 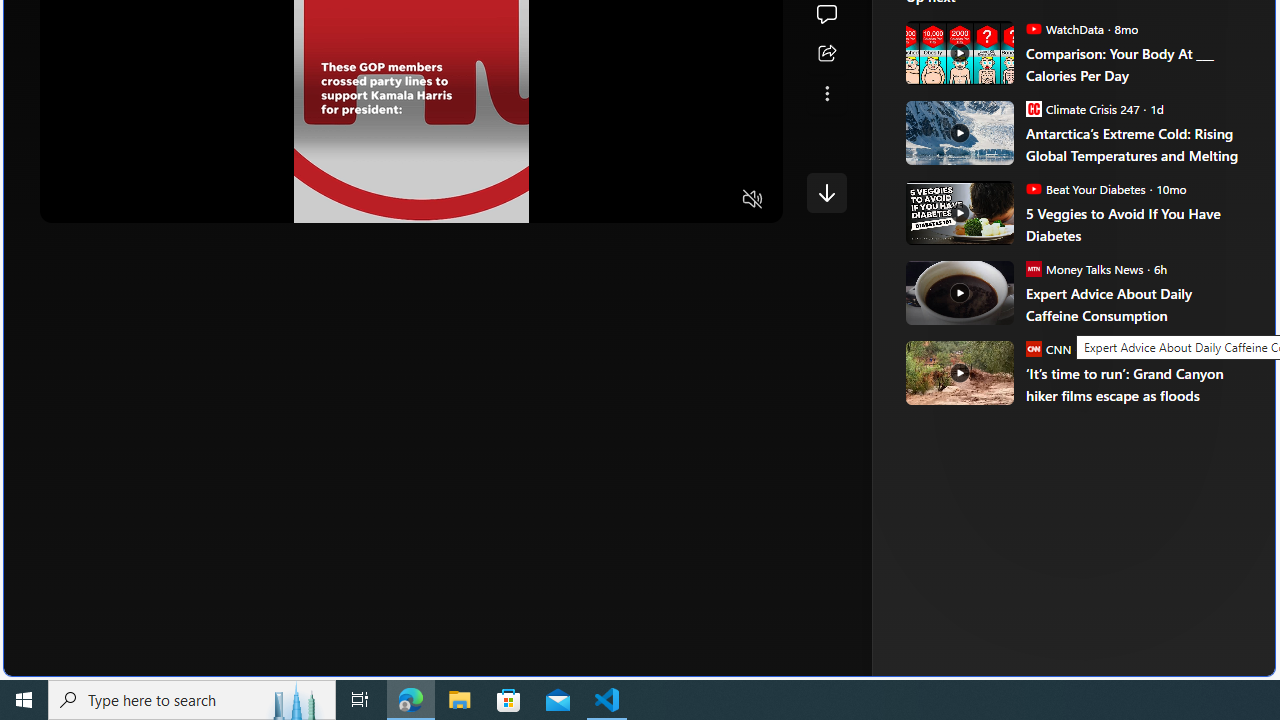 I want to click on 'Comparison: Your Body At ___ Calories Per Day', so click(x=1136, y=63).